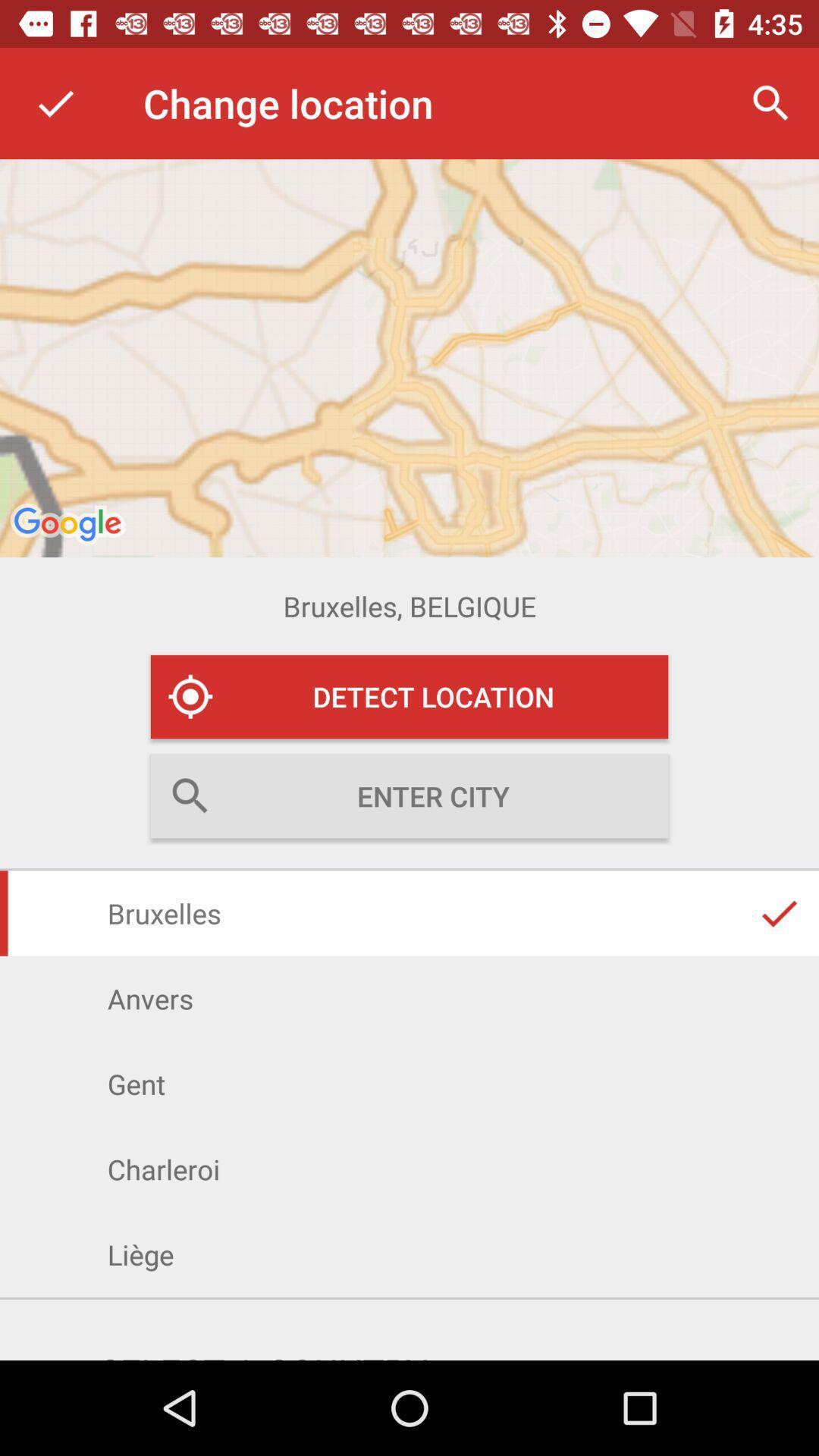  Describe the element at coordinates (771, 103) in the screenshot. I see `magnifier icon` at that location.